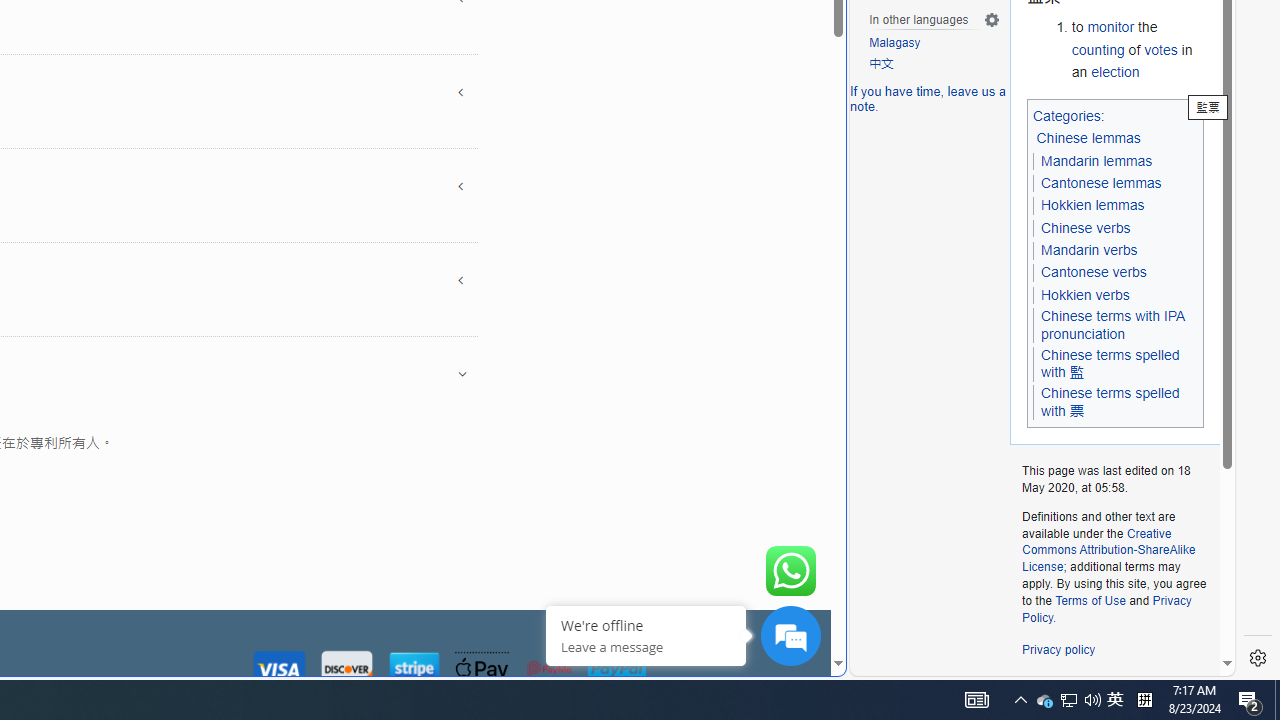  I want to click on 'Terms of Use', so click(1089, 599).